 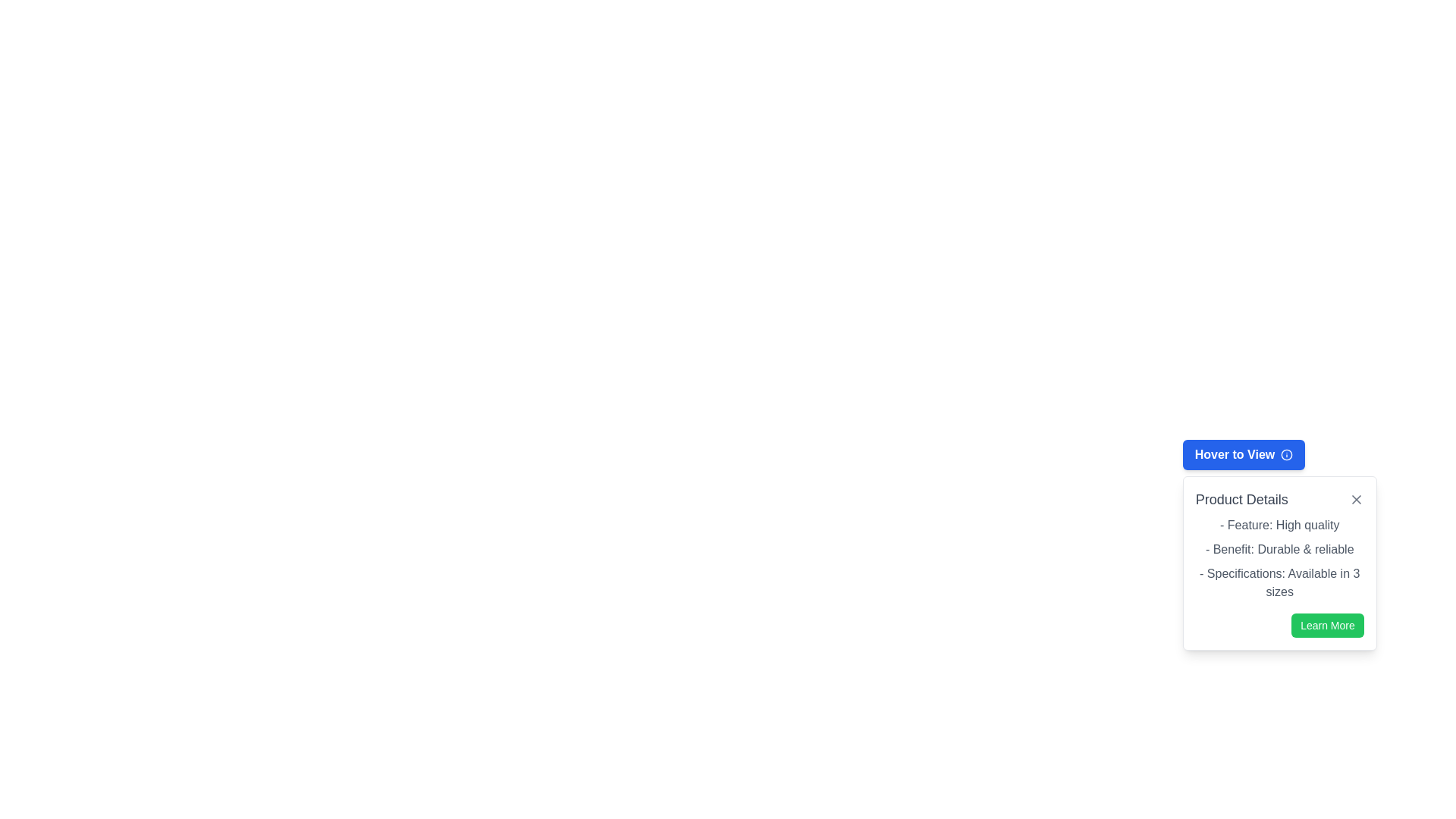 I want to click on information displayed in the third item of the 'Product Details' dialog box, which provides specifications of the product, so click(x=1279, y=582).